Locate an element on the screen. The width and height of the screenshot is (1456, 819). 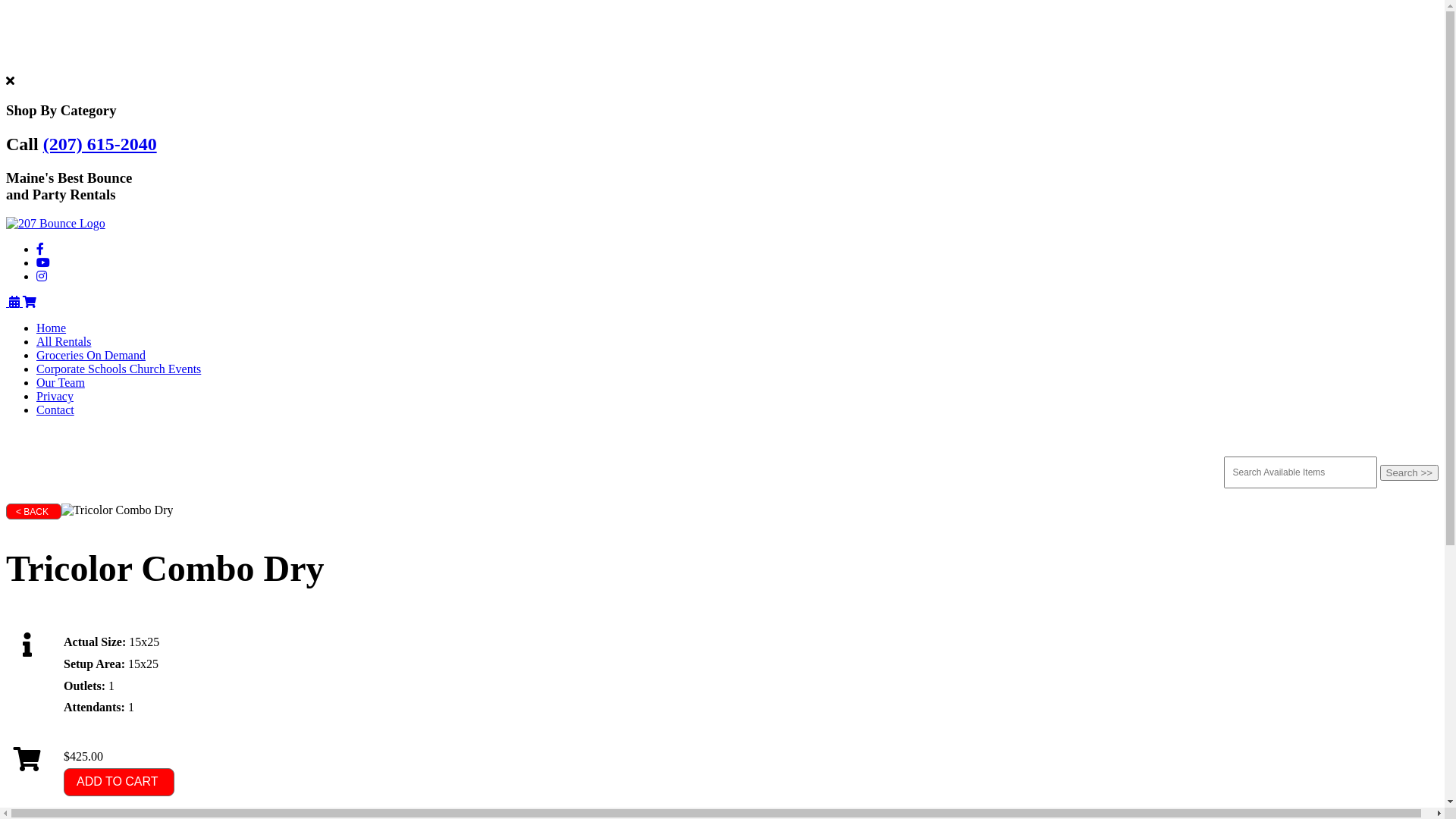
'Contact' is located at coordinates (55, 409).